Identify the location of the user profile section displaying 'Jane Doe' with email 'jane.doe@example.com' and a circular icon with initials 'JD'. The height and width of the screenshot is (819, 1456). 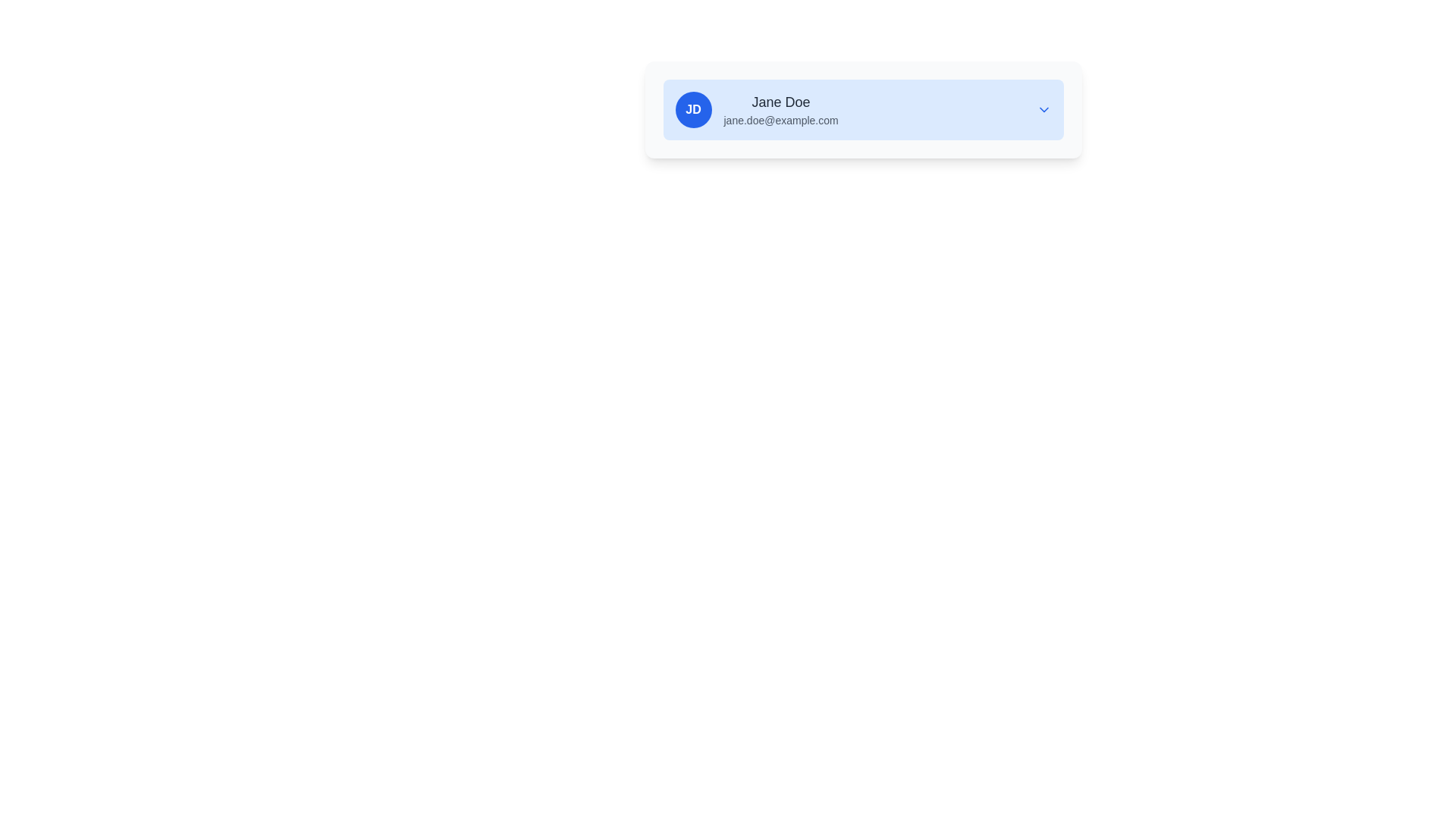
(757, 109).